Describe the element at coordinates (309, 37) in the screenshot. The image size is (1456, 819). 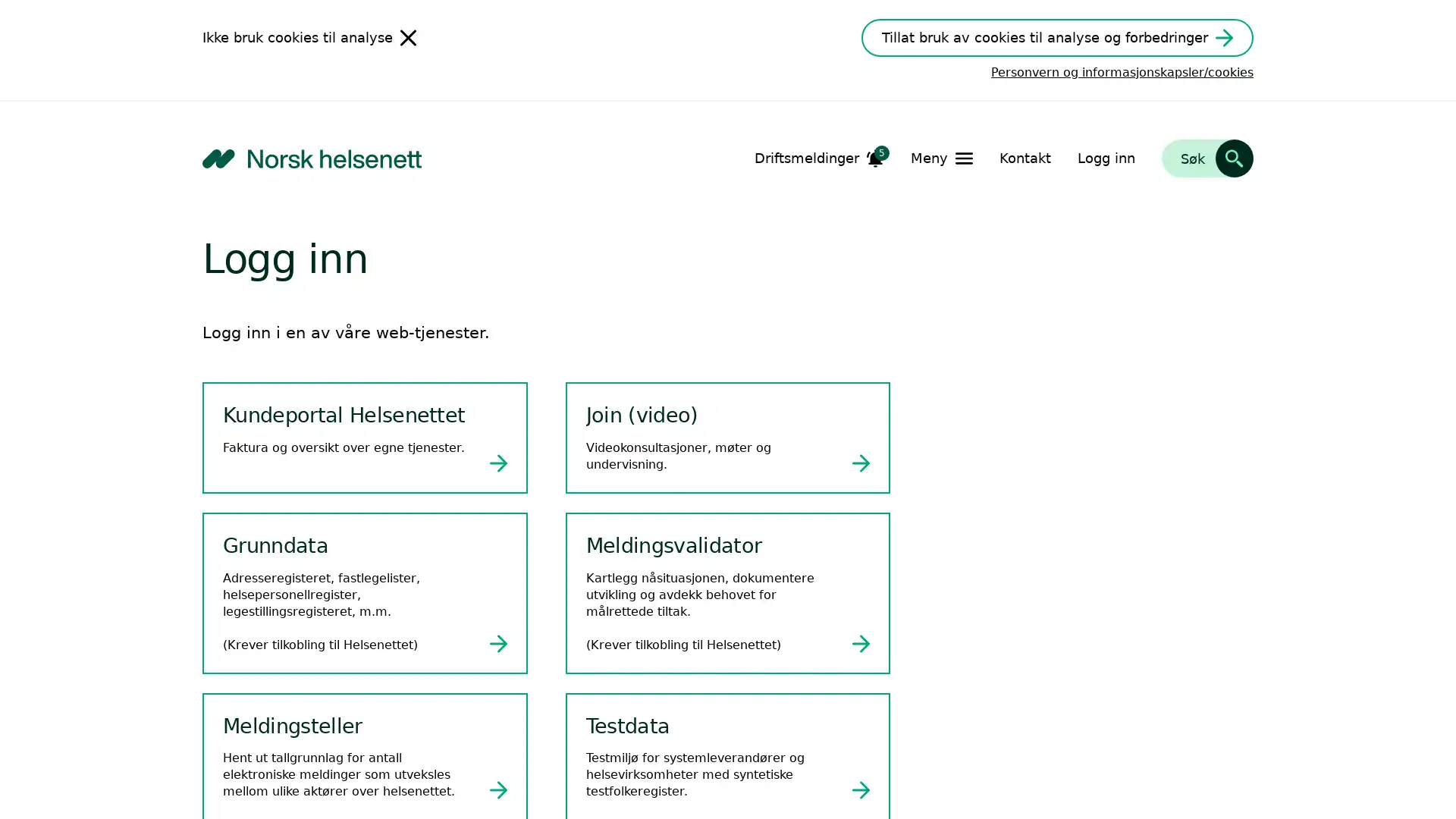
I see `Ikke bruk cookies til analyse` at that location.